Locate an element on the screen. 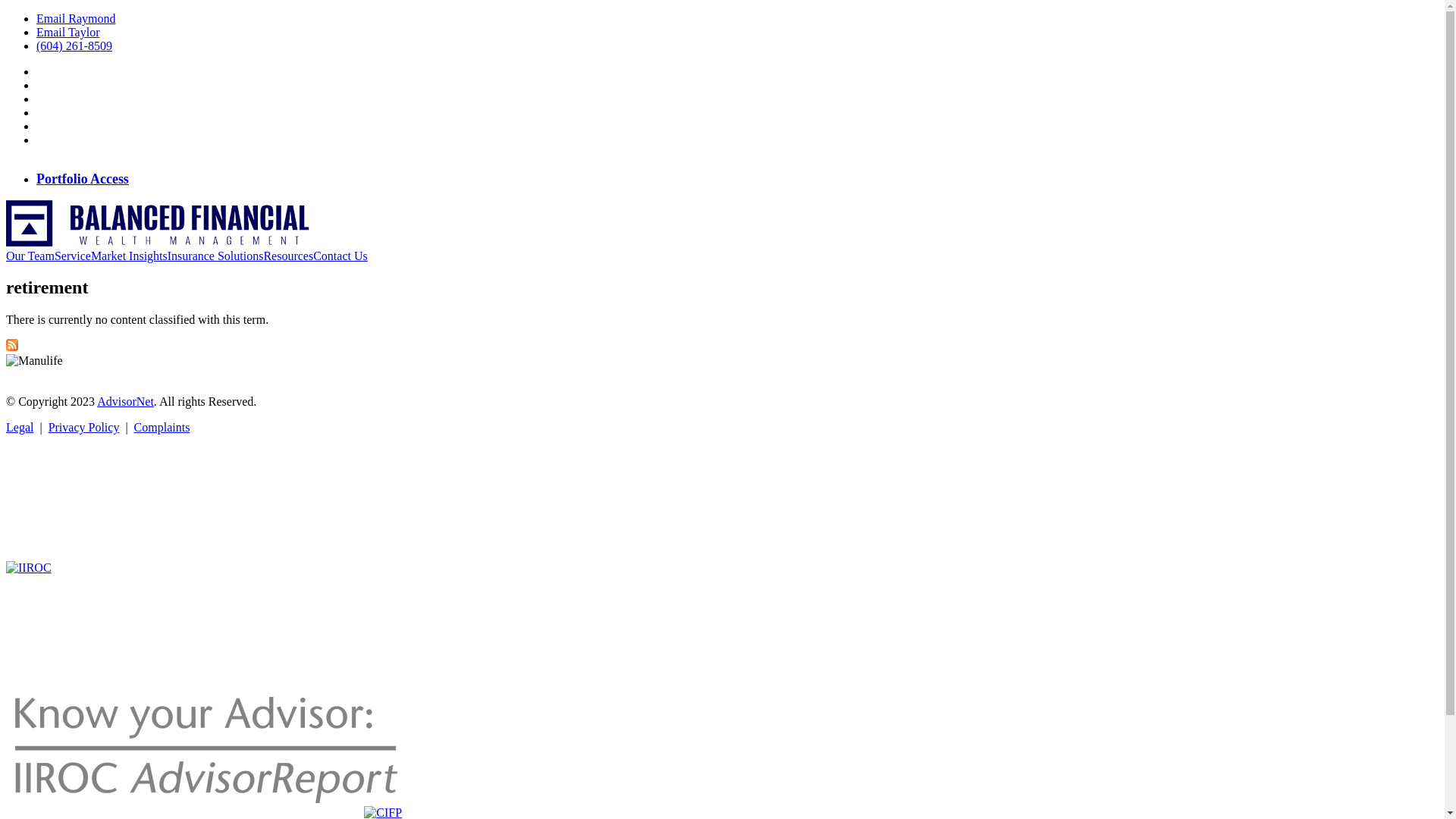  'Our Team' is located at coordinates (6, 256).